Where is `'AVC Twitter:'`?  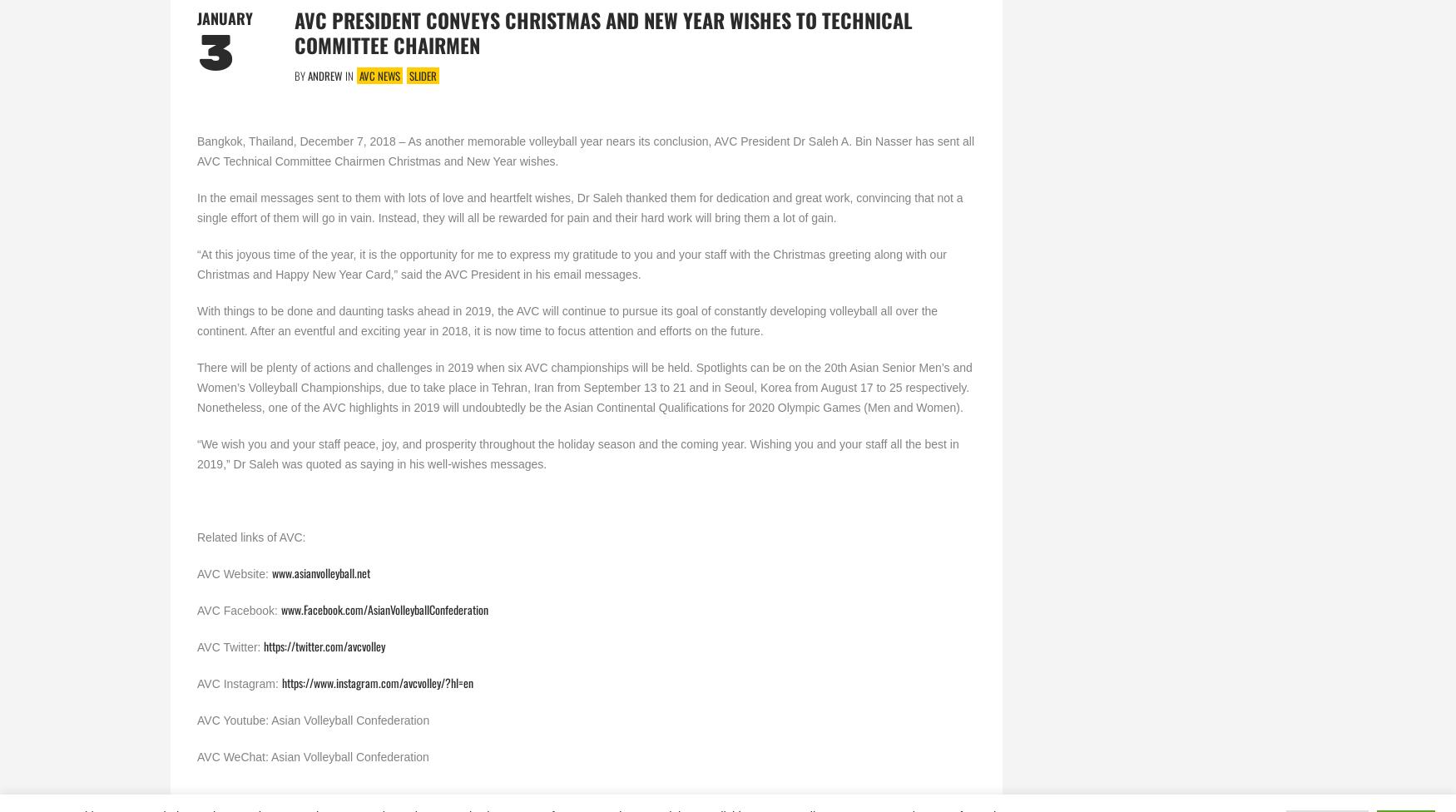 'AVC Twitter:' is located at coordinates (230, 646).